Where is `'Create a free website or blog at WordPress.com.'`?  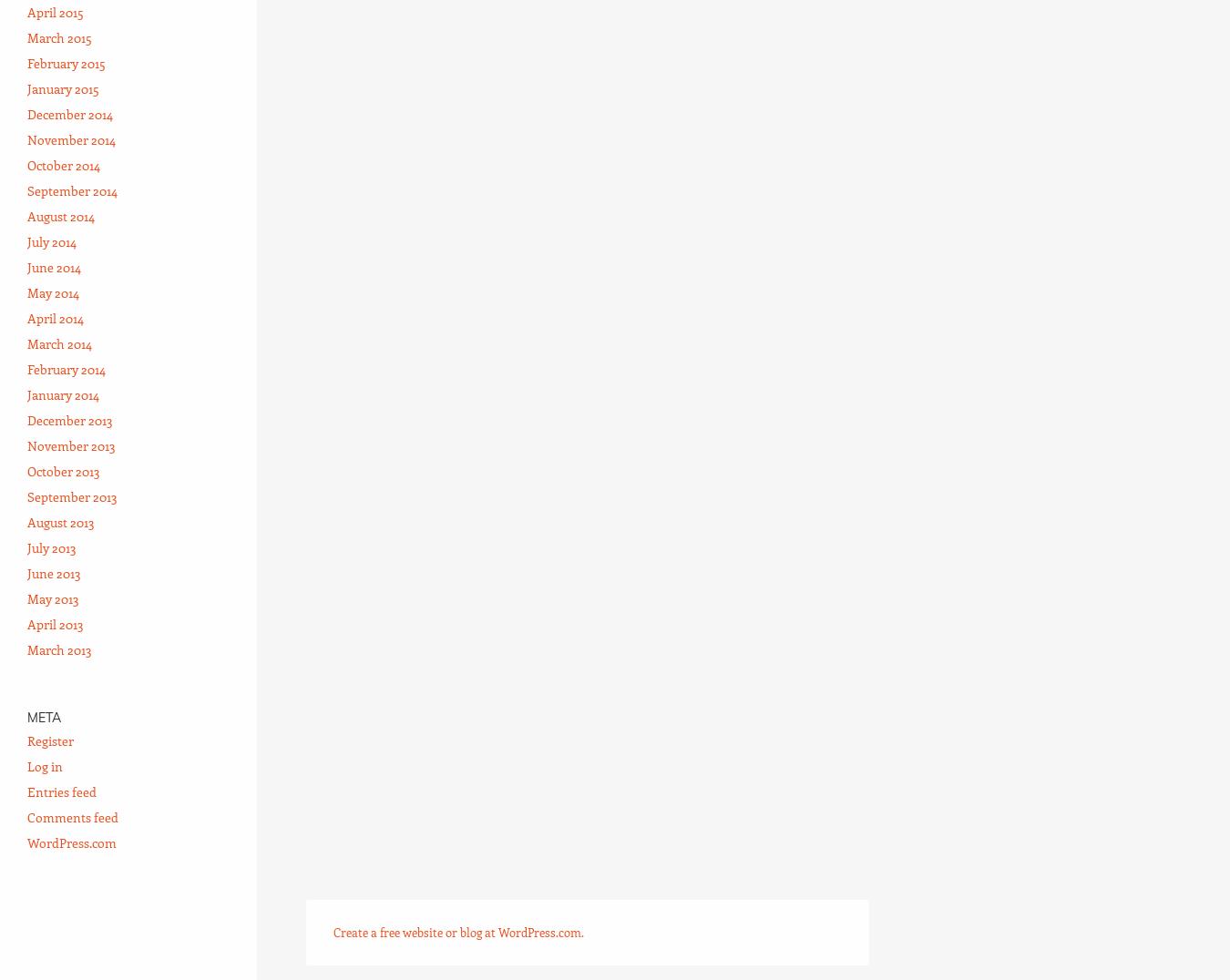 'Create a free website or blog at WordPress.com.' is located at coordinates (457, 930).